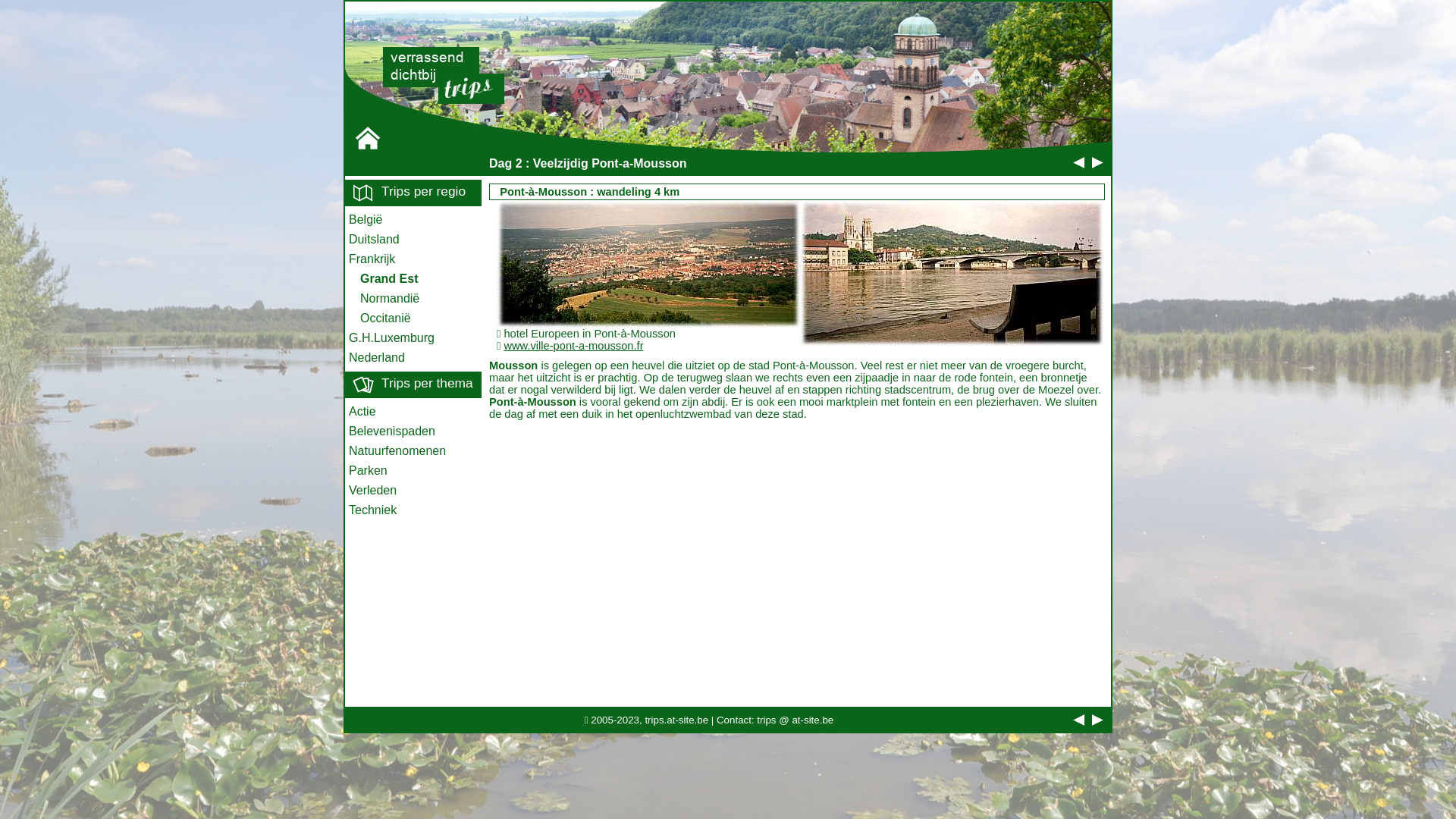 This screenshot has width=1456, height=819. Describe the element at coordinates (413, 357) in the screenshot. I see `'Nederland'` at that location.